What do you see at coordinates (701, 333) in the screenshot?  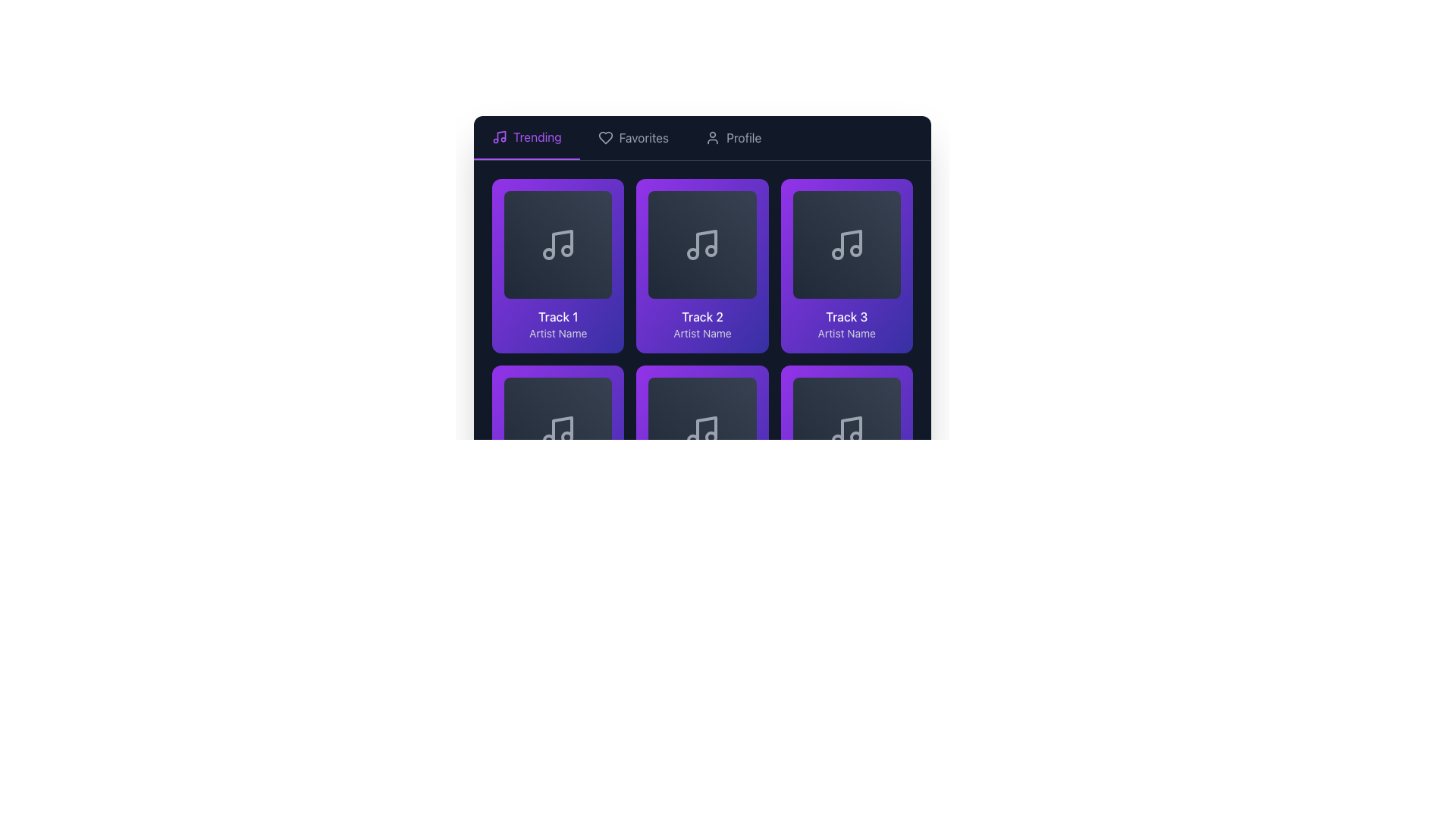 I see `the text label displaying 'Artist Name' located at the bottom of the 'Track 2' card component` at bounding box center [701, 333].